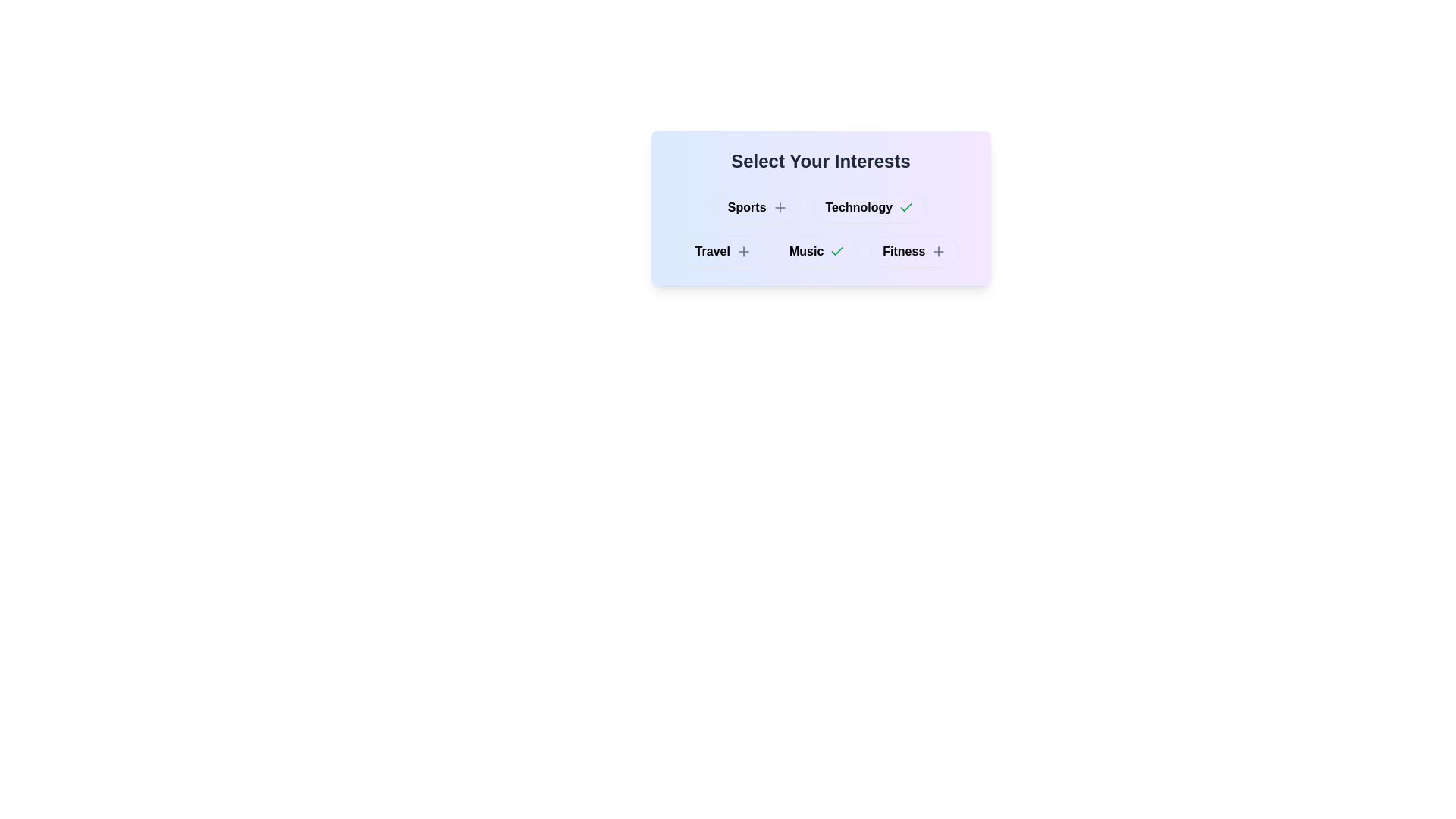  What do you see at coordinates (757, 207) in the screenshot?
I see `the button labeled Sports to observe visual changes` at bounding box center [757, 207].